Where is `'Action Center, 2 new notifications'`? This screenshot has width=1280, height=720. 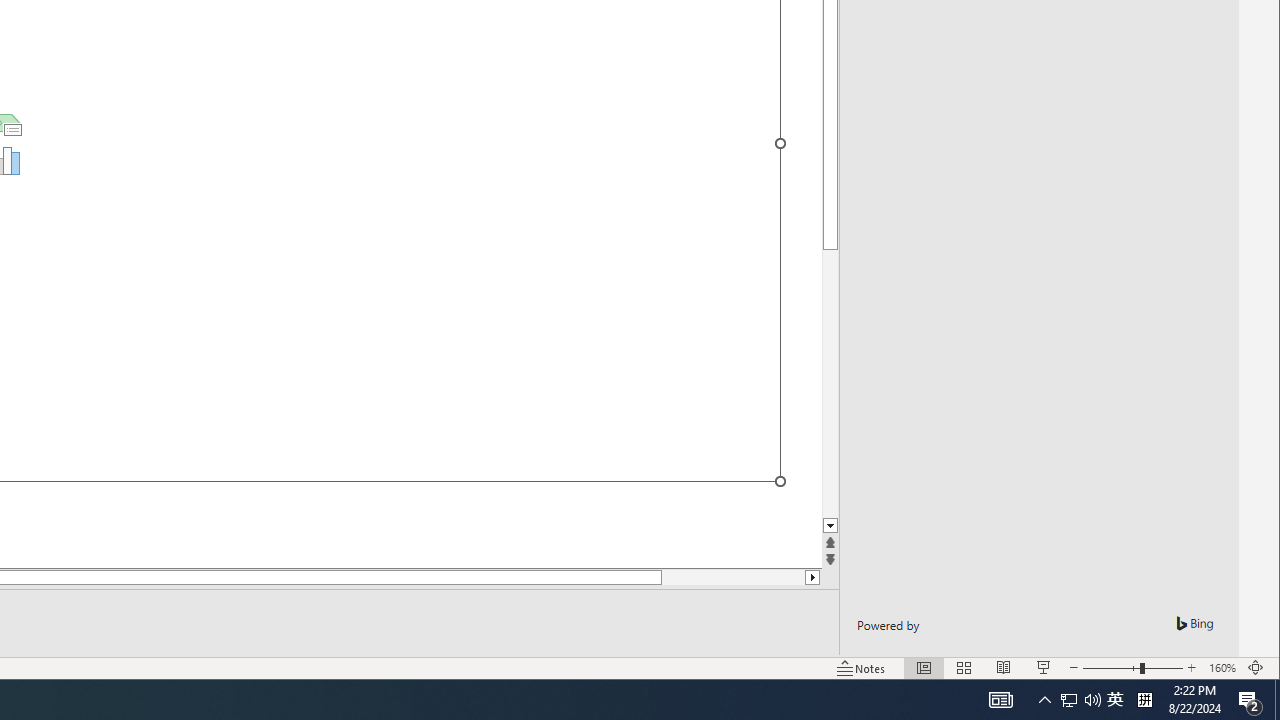 'Action Center, 2 new notifications' is located at coordinates (1250, 698).